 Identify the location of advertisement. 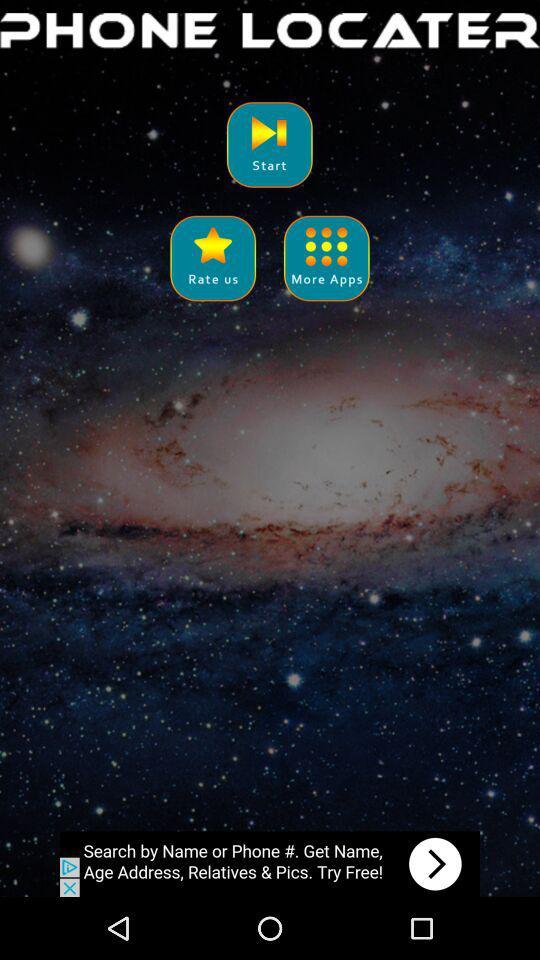
(270, 863).